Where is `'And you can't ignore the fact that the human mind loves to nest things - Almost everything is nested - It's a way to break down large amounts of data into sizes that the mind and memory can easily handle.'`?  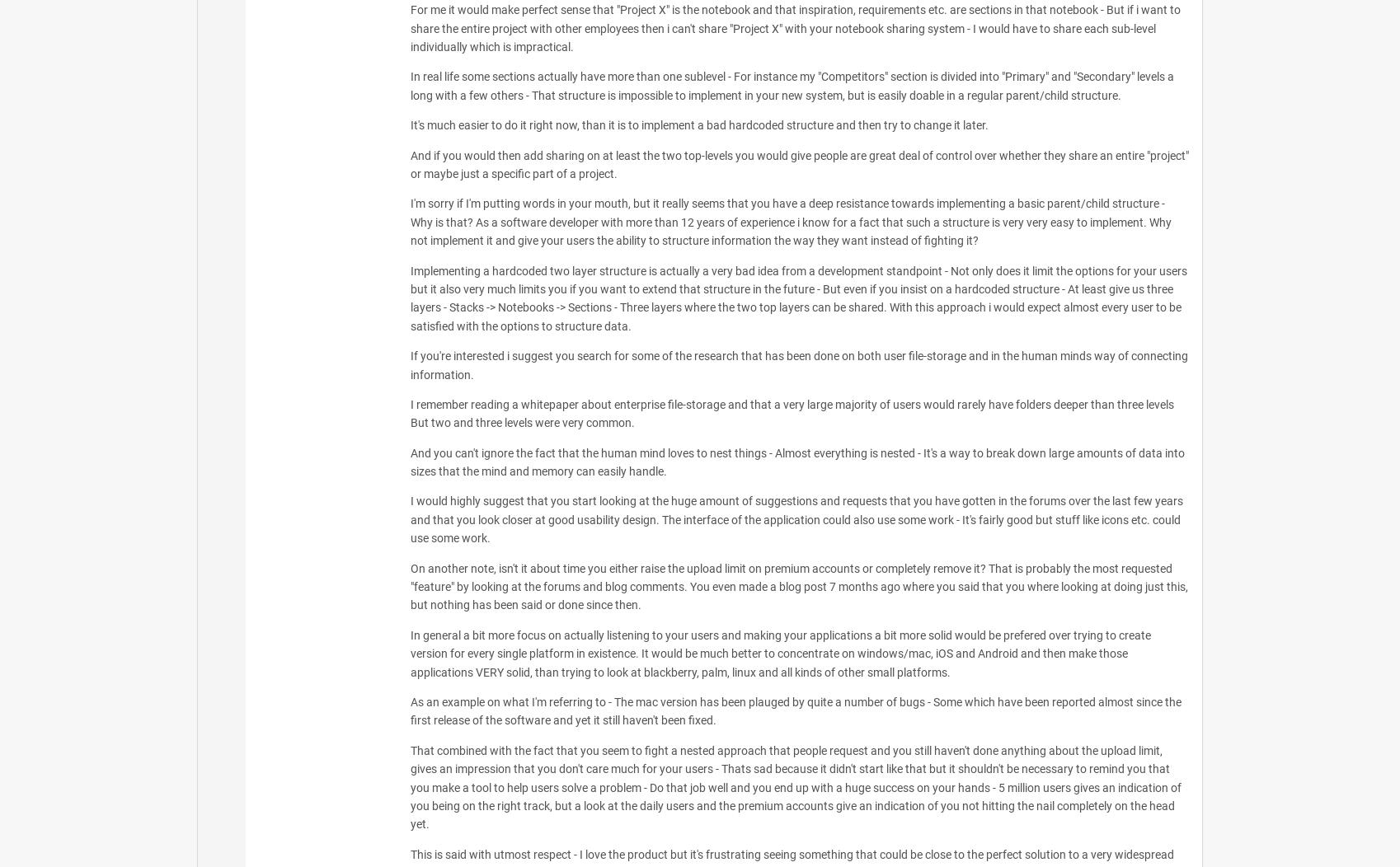 'And you can't ignore the fact that the human mind loves to nest things - Almost everything is nested - It's a way to break down large amounts of data into sizes that the mind and memory can easily handle.' is located at coordinates (796, 462).